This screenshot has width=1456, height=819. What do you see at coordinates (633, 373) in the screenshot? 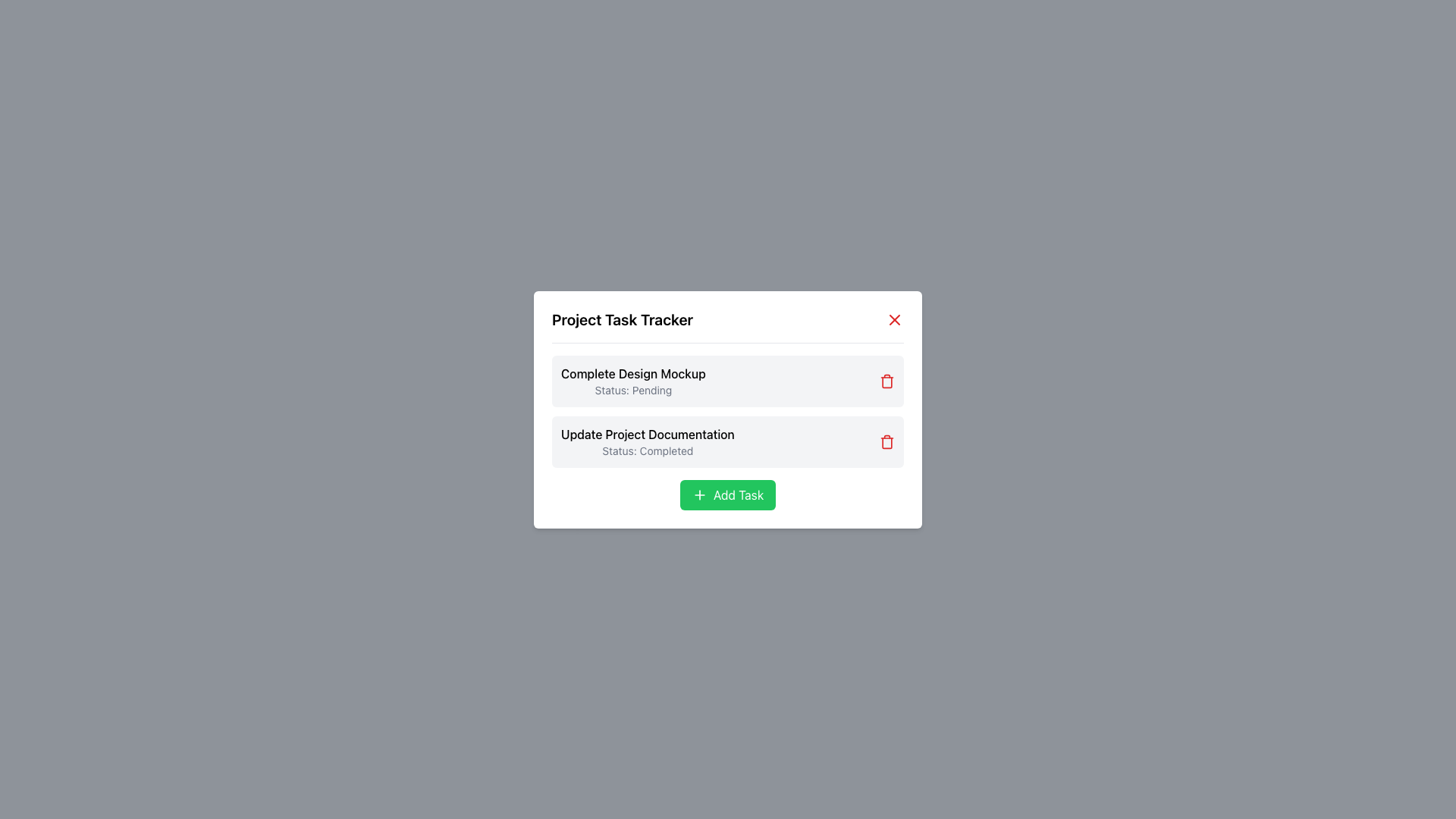
I see `text from the Text Label that says 'Complete Design Mockup', which is prominently displayed in the 'Project Task Tracker' modal, above the status detail 'Status: Pending'` at bounding box center [633, 373].